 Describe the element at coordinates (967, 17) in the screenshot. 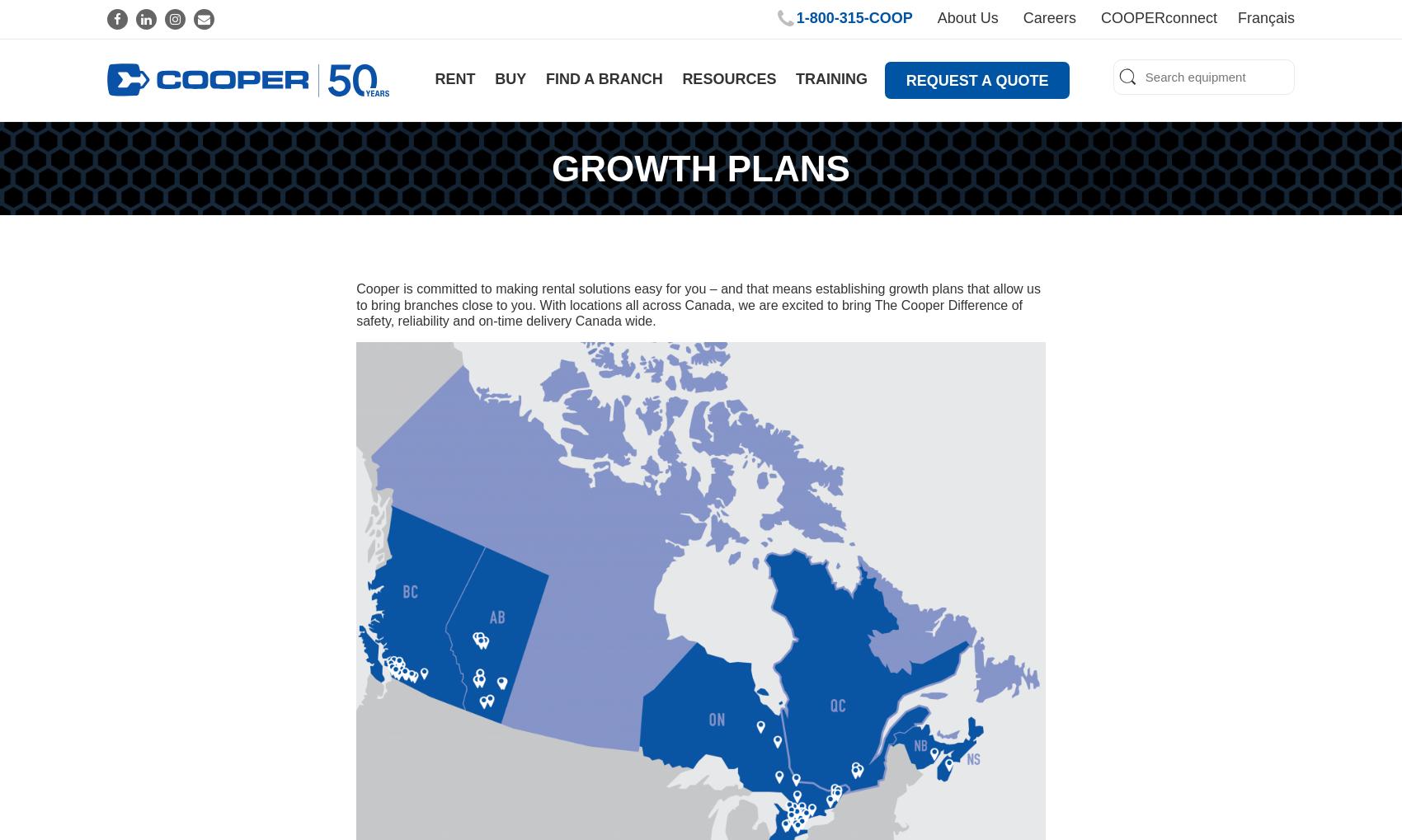

I see `'About Us'` at that location.